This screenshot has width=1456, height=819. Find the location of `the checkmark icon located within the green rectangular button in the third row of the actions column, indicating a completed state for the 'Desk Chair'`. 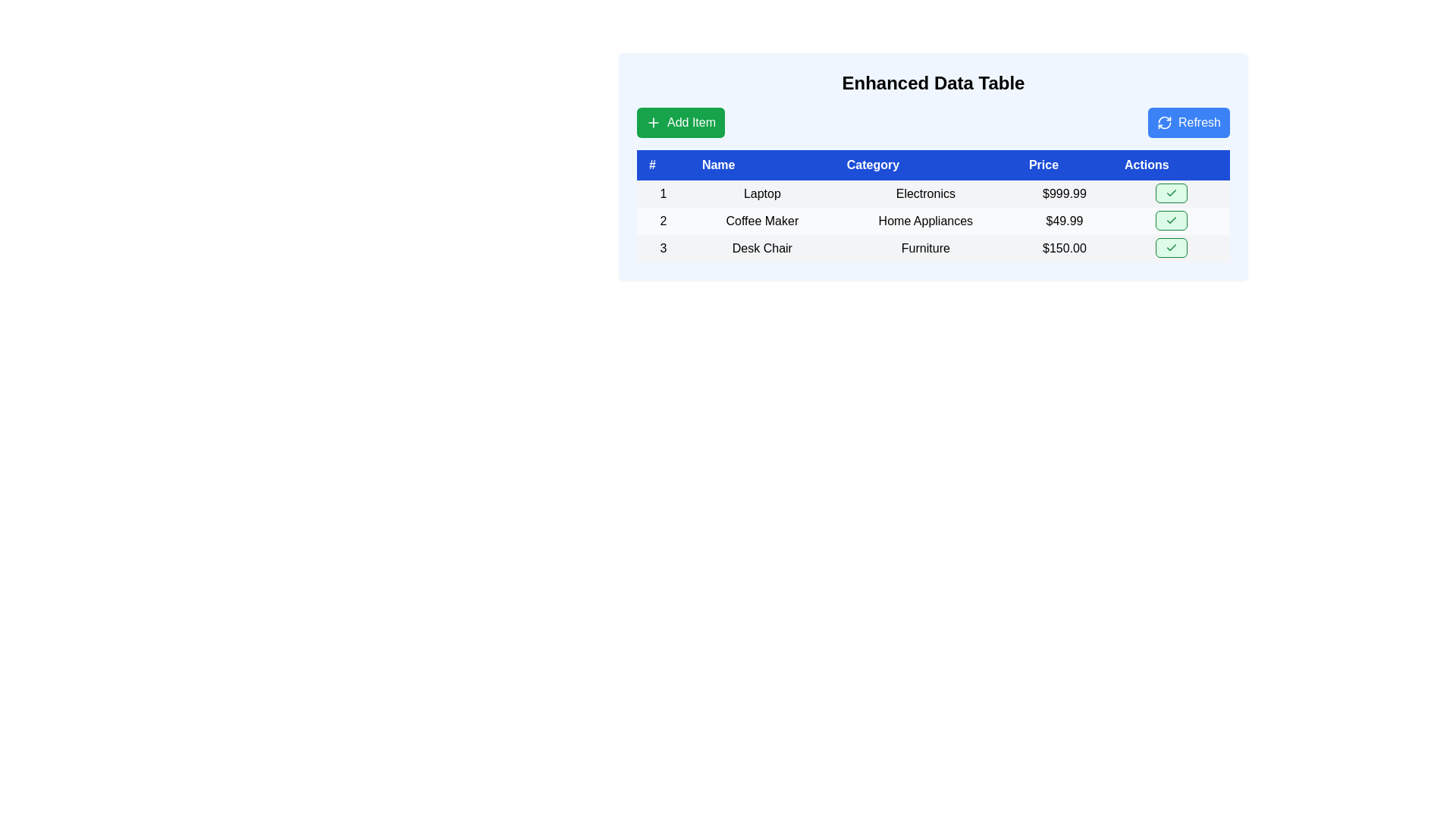

the checkmark icon located within the green rectangular button in the third row of the actions column, indicating a completed state for the 'Desk Chair' is located at coordinates (1170, 192).